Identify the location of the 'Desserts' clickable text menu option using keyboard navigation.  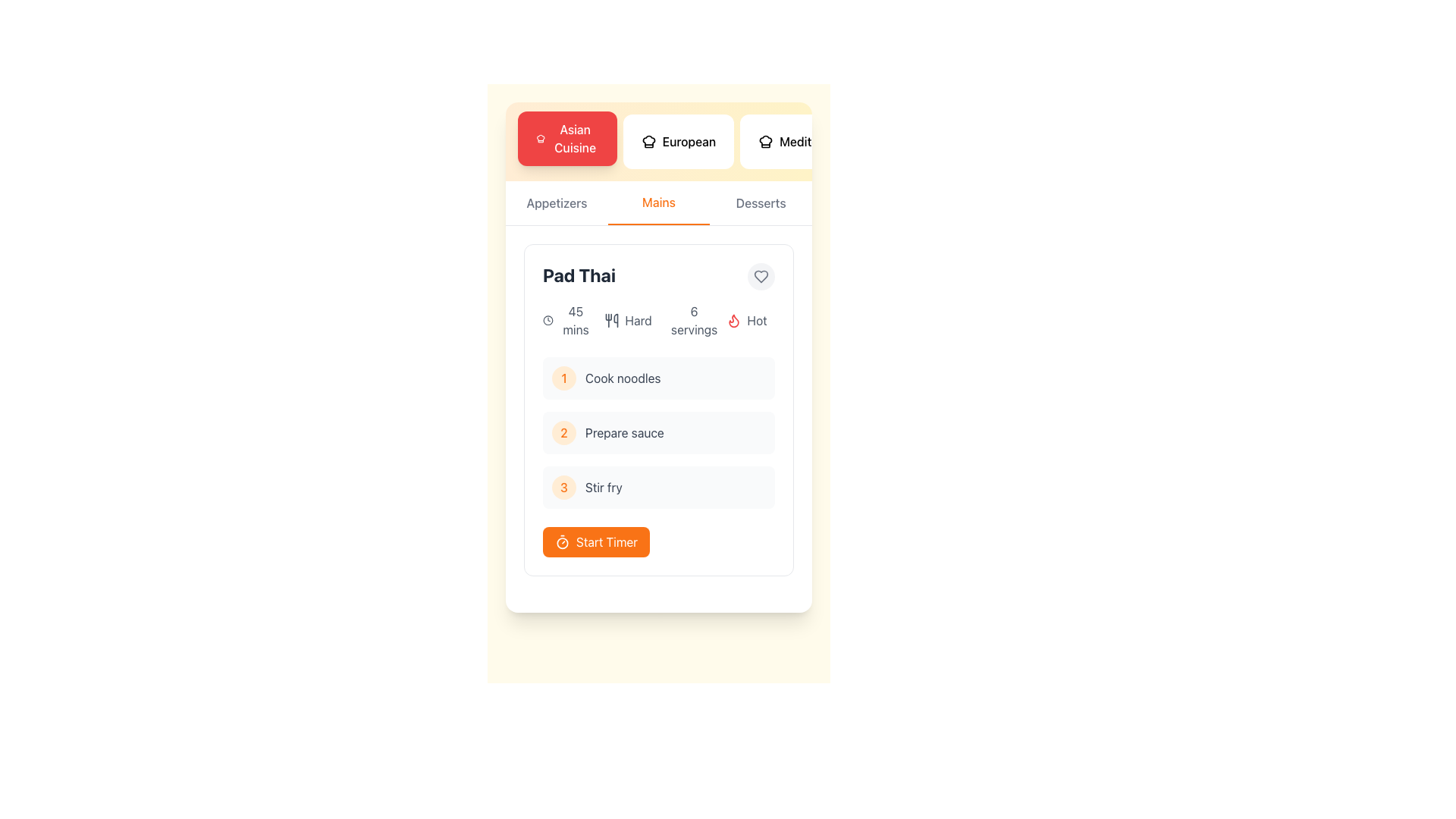
(761, 202).